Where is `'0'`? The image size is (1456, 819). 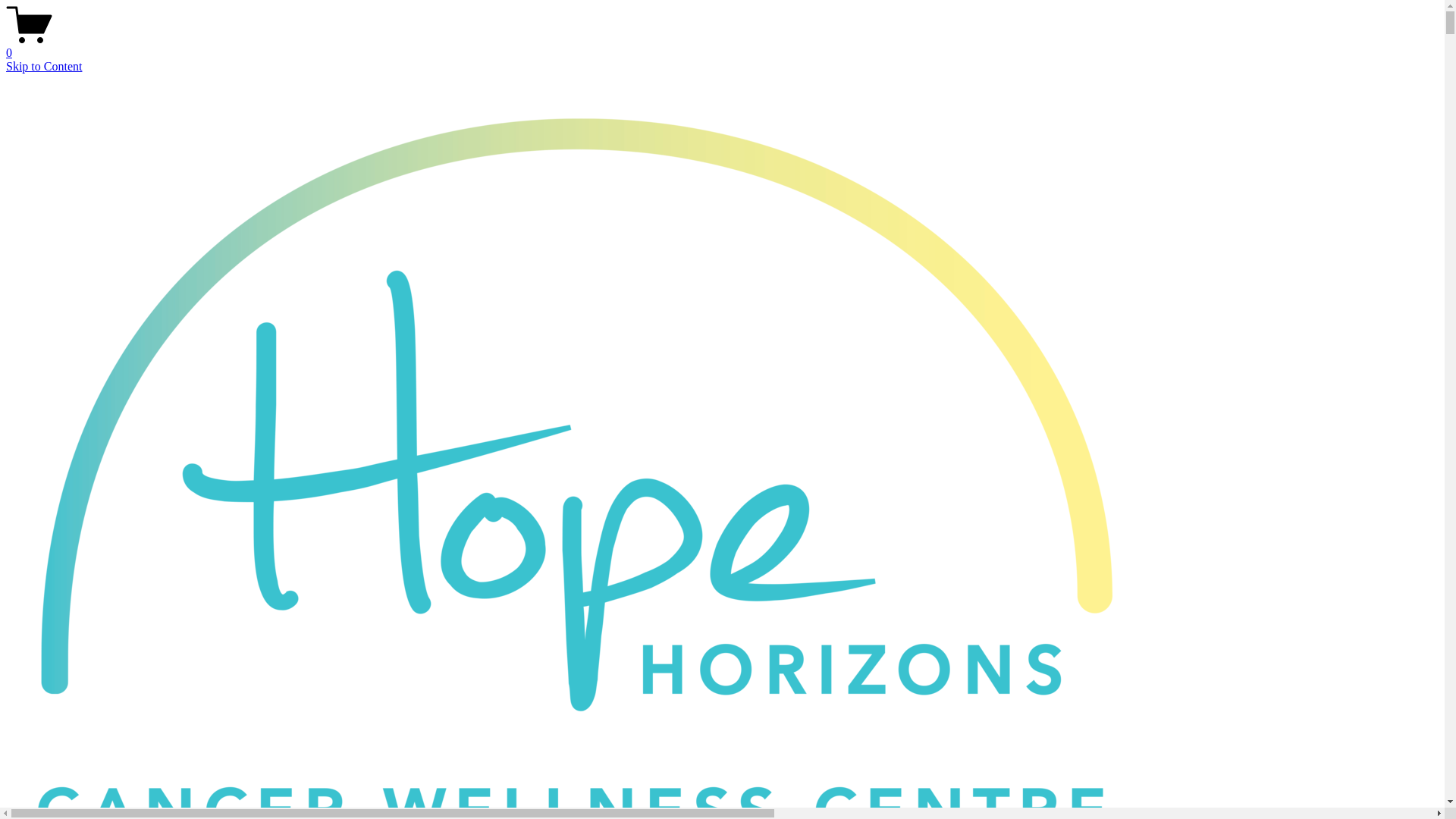
'0' is located at coordinates (6, 45).